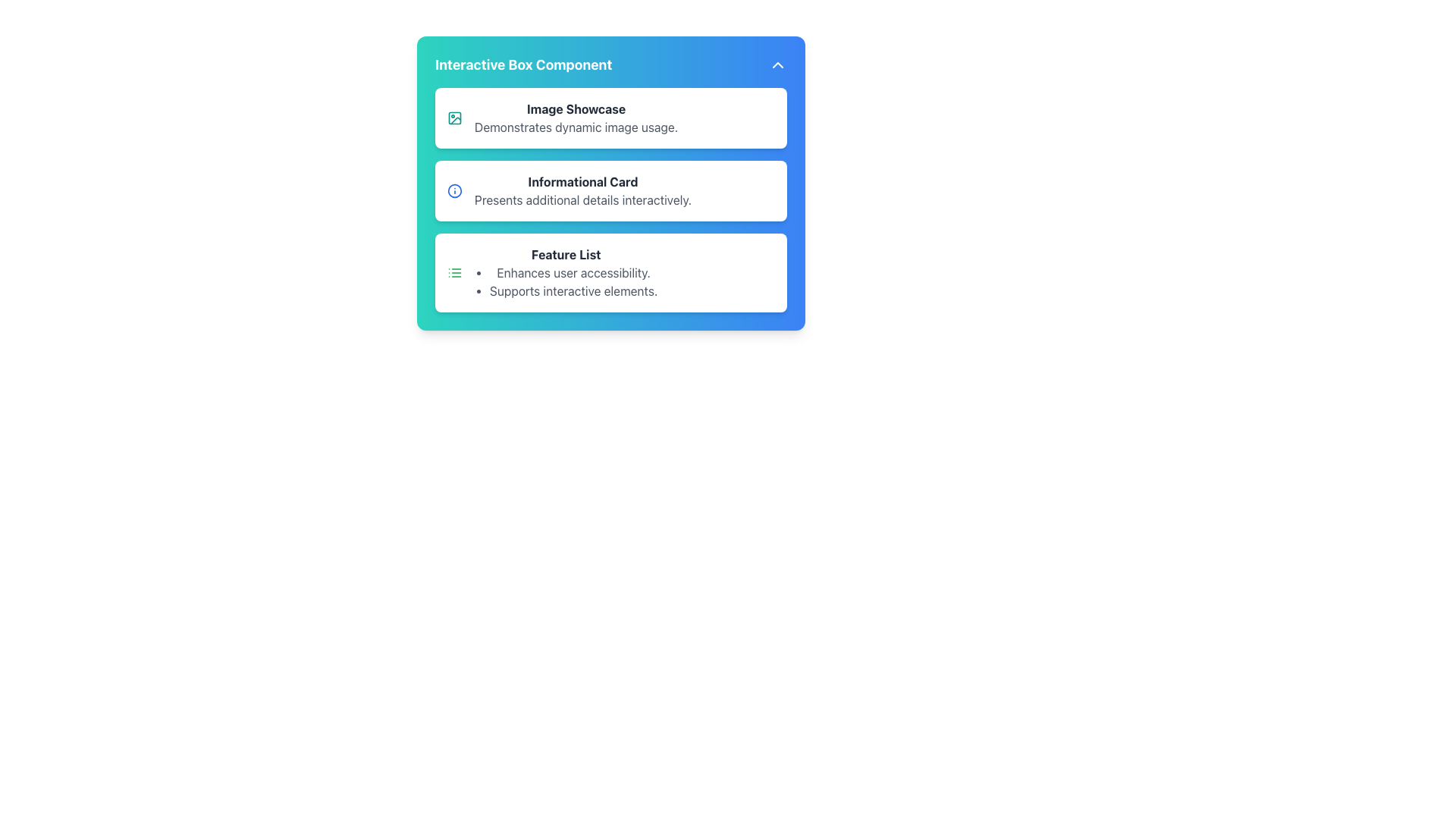 The height and width of the screenshot is (819, 1456). I want to click on the 'Informational Card' label which is a bold heading followed by a descriptive sentence, located in the middle slot of a vertically arranged list against a blue background, so click(582, 190).